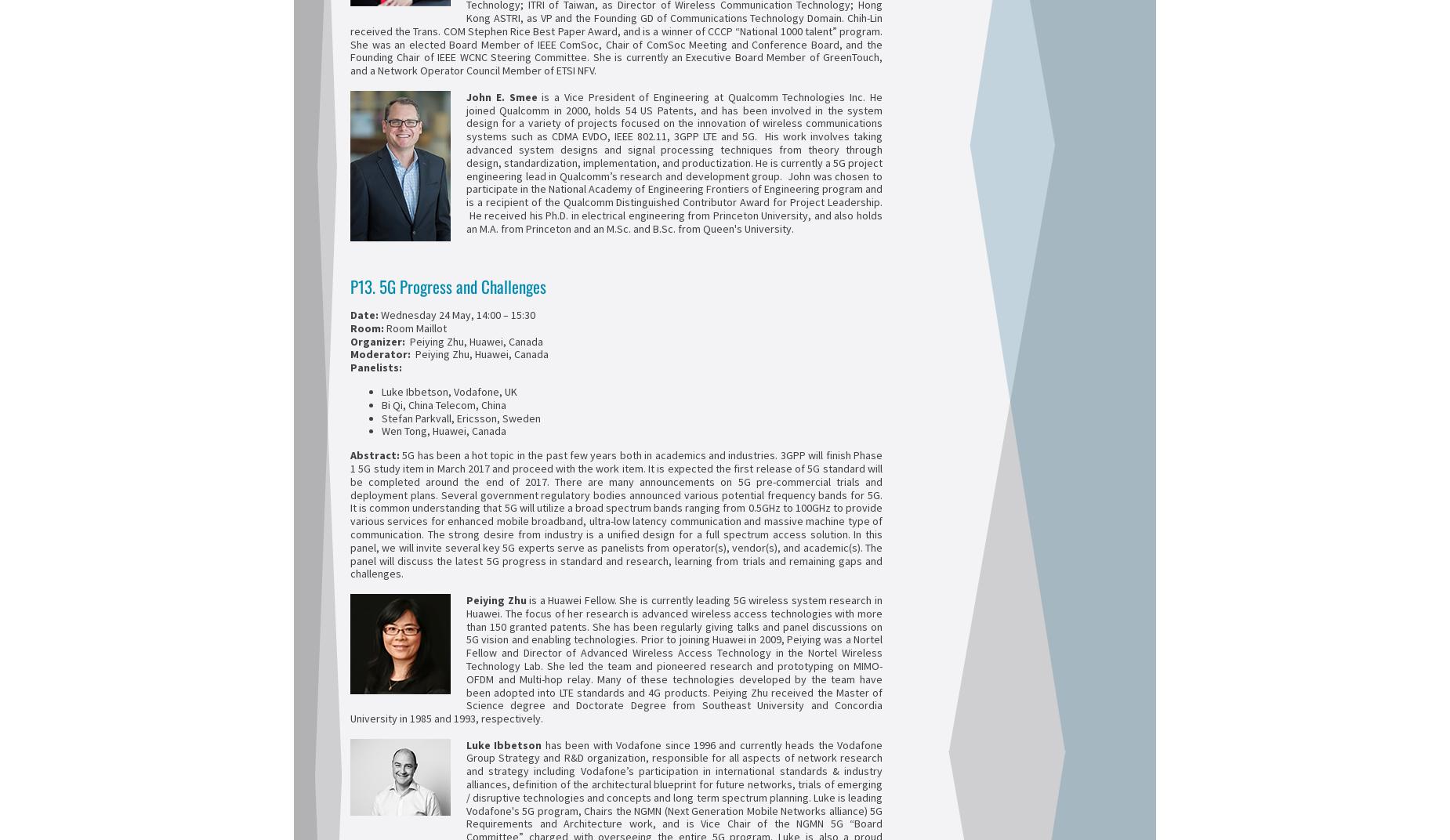  Describe the element at coordinates (375, 454) in the screenshot. I see `'Abstract:'` at that location.